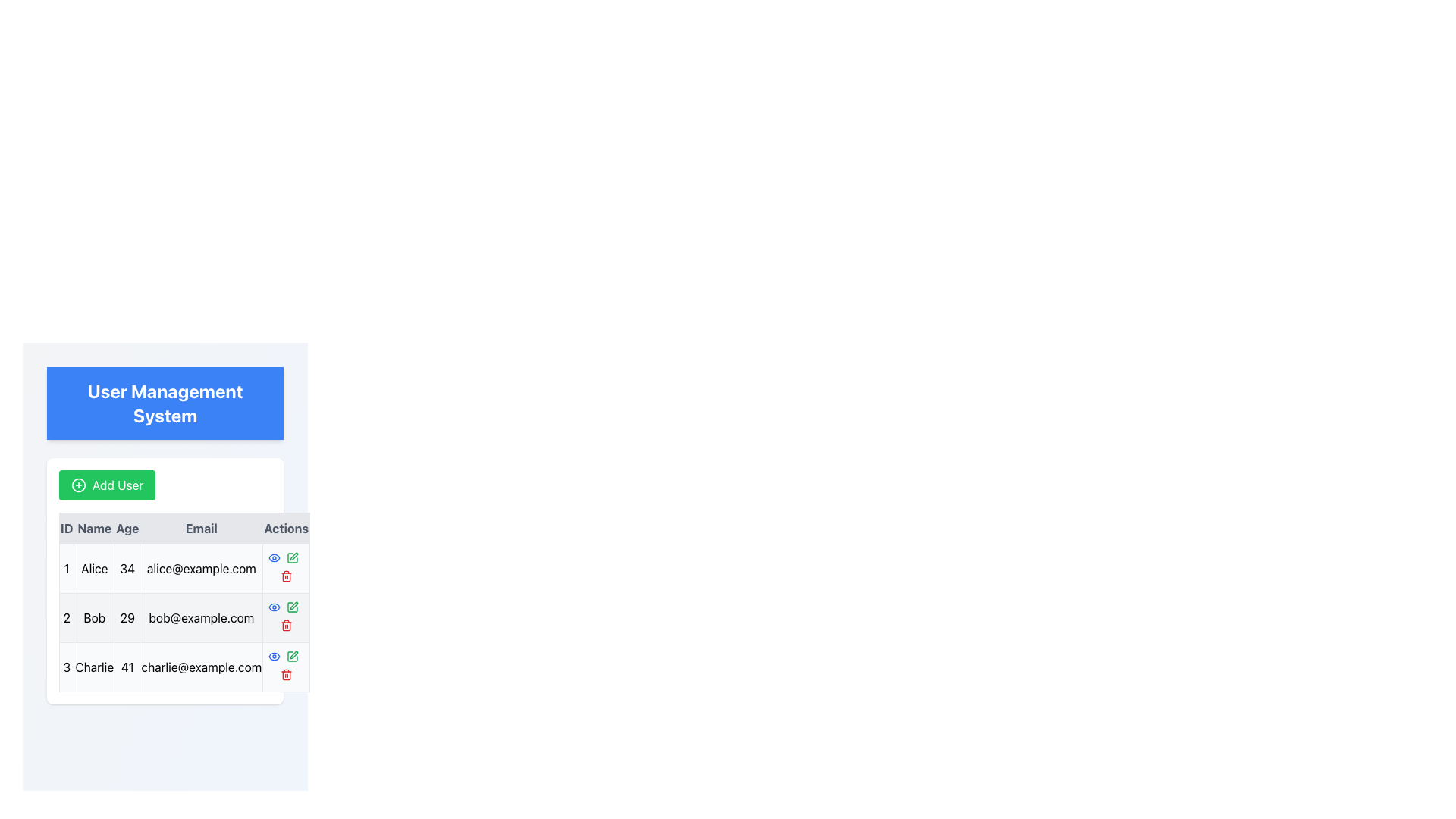 The width and height of the screenshot is (1456, 819). What do you see at coordinates (286, 626) in the screenshot?
I see `the red trash can icon in the third row of the user management table` at bounding box center [286, 626].